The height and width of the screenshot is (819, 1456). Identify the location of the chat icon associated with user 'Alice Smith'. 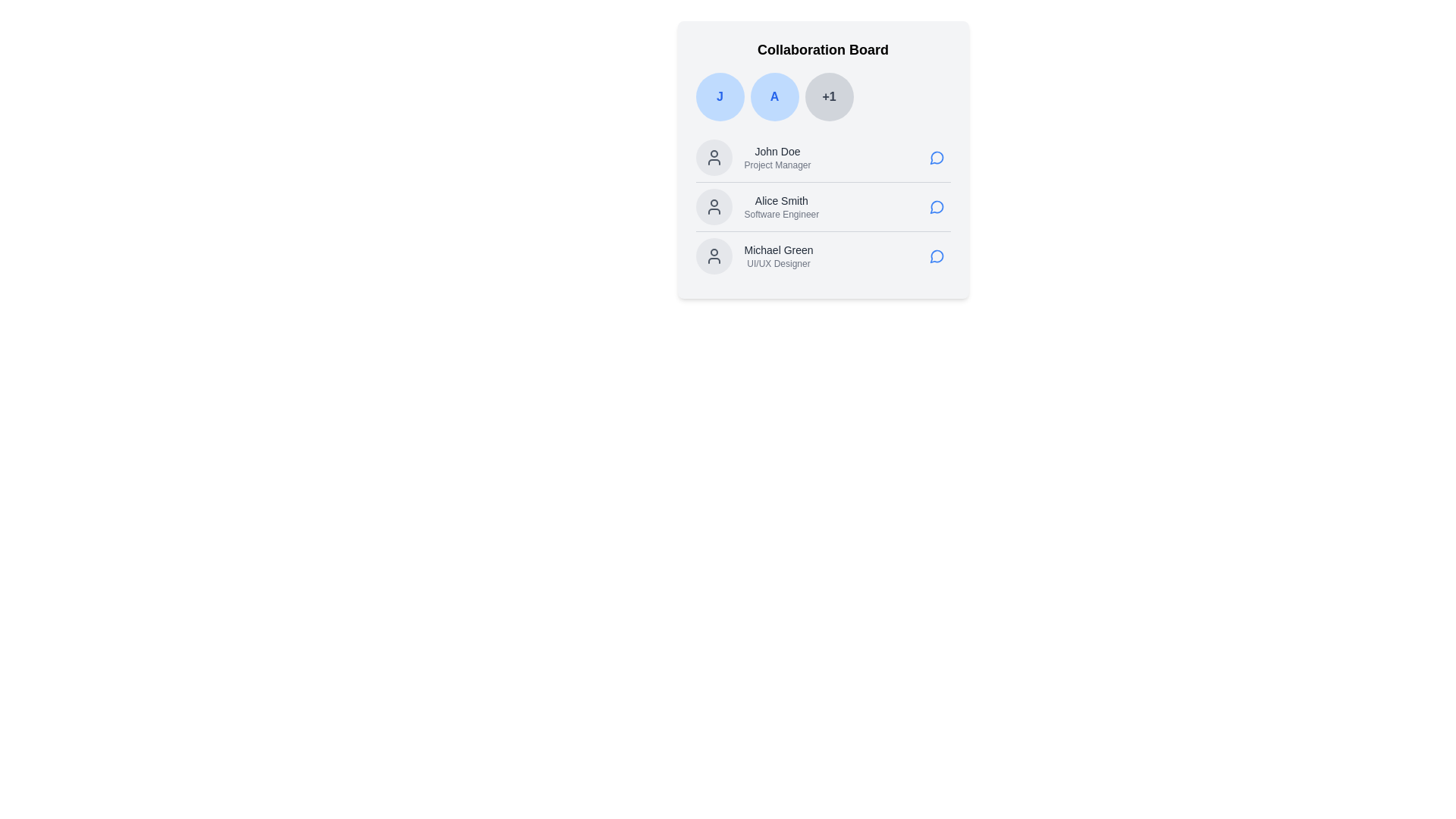
(936, 207).